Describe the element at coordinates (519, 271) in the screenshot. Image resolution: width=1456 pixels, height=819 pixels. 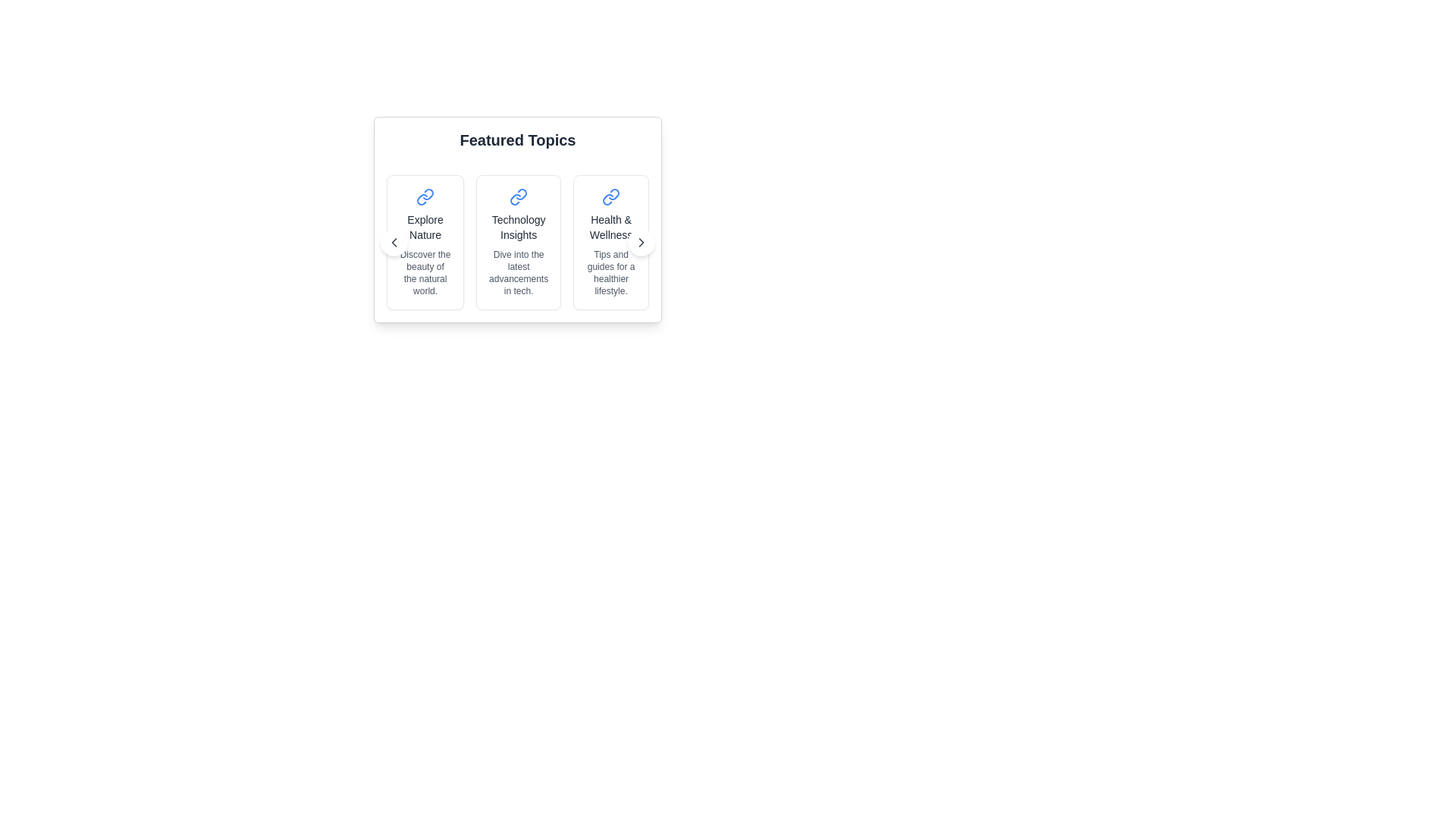
I see `the static text that provides a brief description for the 'Technology Insights' topic, located beneath the title 'Technology Insights' in the central card among three horizontally arranged cards` at that location.